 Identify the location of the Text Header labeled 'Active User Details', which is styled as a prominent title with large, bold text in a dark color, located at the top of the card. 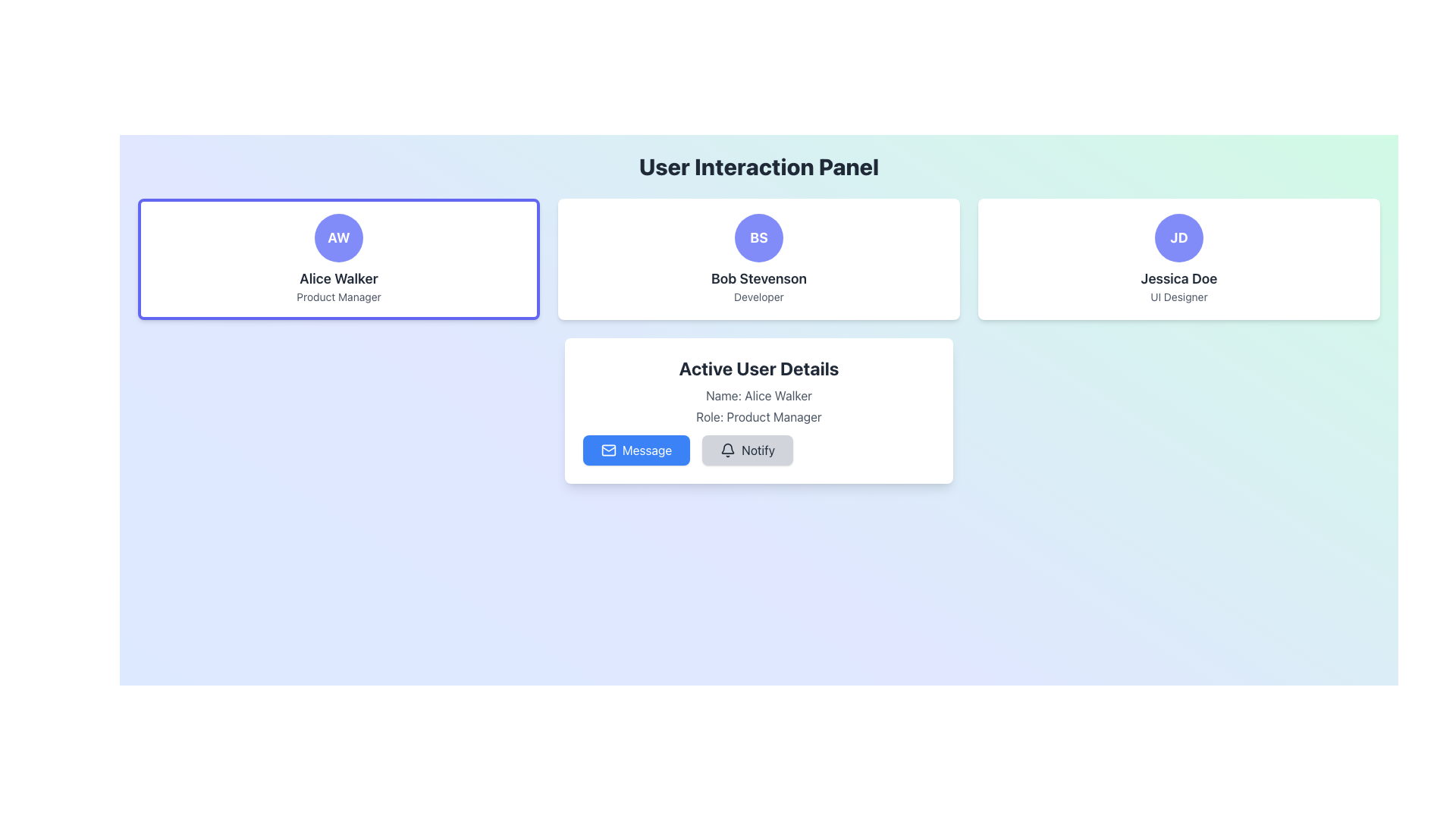
(759, 369).